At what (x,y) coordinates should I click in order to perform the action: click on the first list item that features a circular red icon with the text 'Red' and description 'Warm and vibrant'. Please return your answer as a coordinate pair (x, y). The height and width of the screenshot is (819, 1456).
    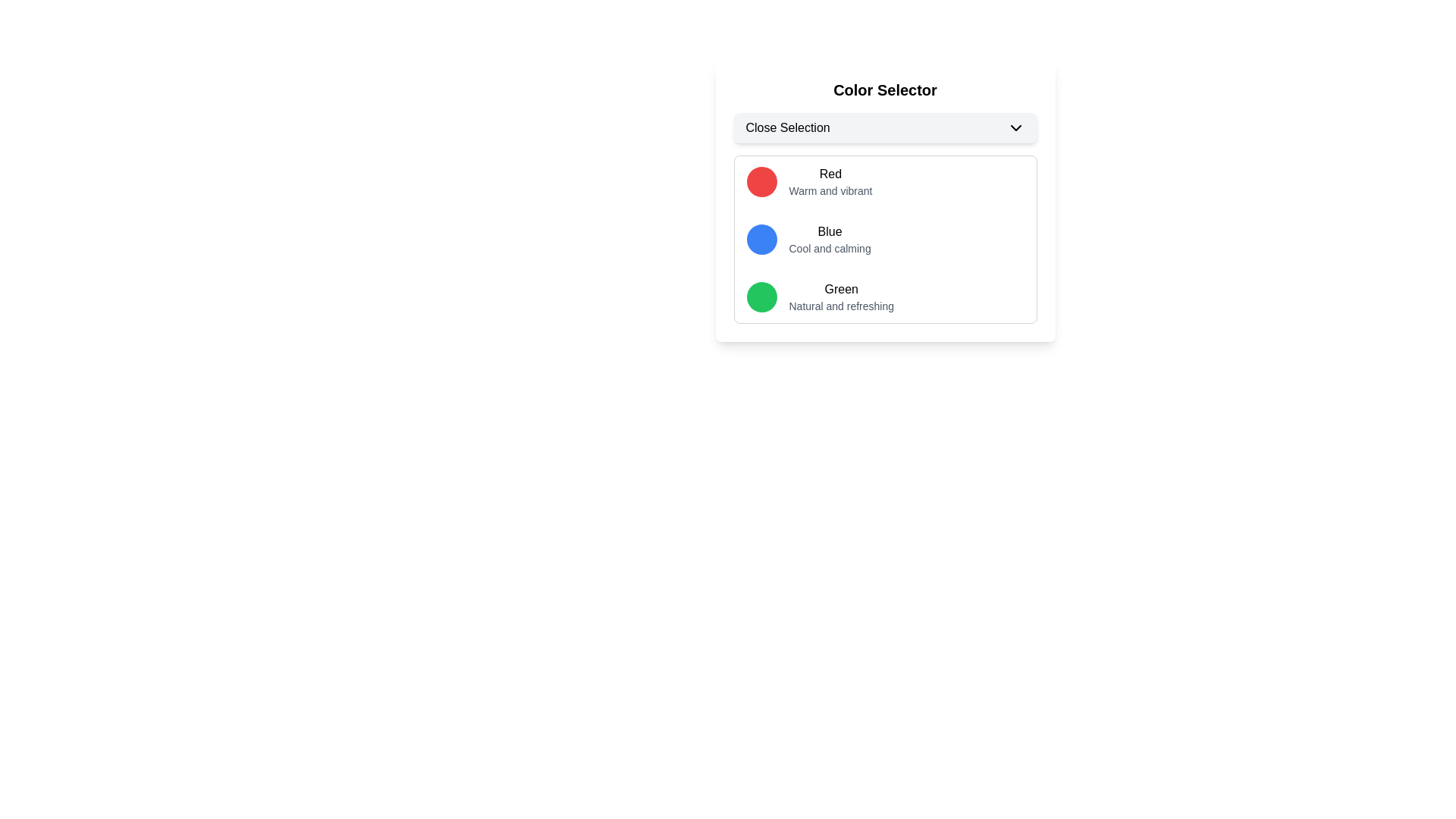
    Looking at the image, I should click on (885, 180).